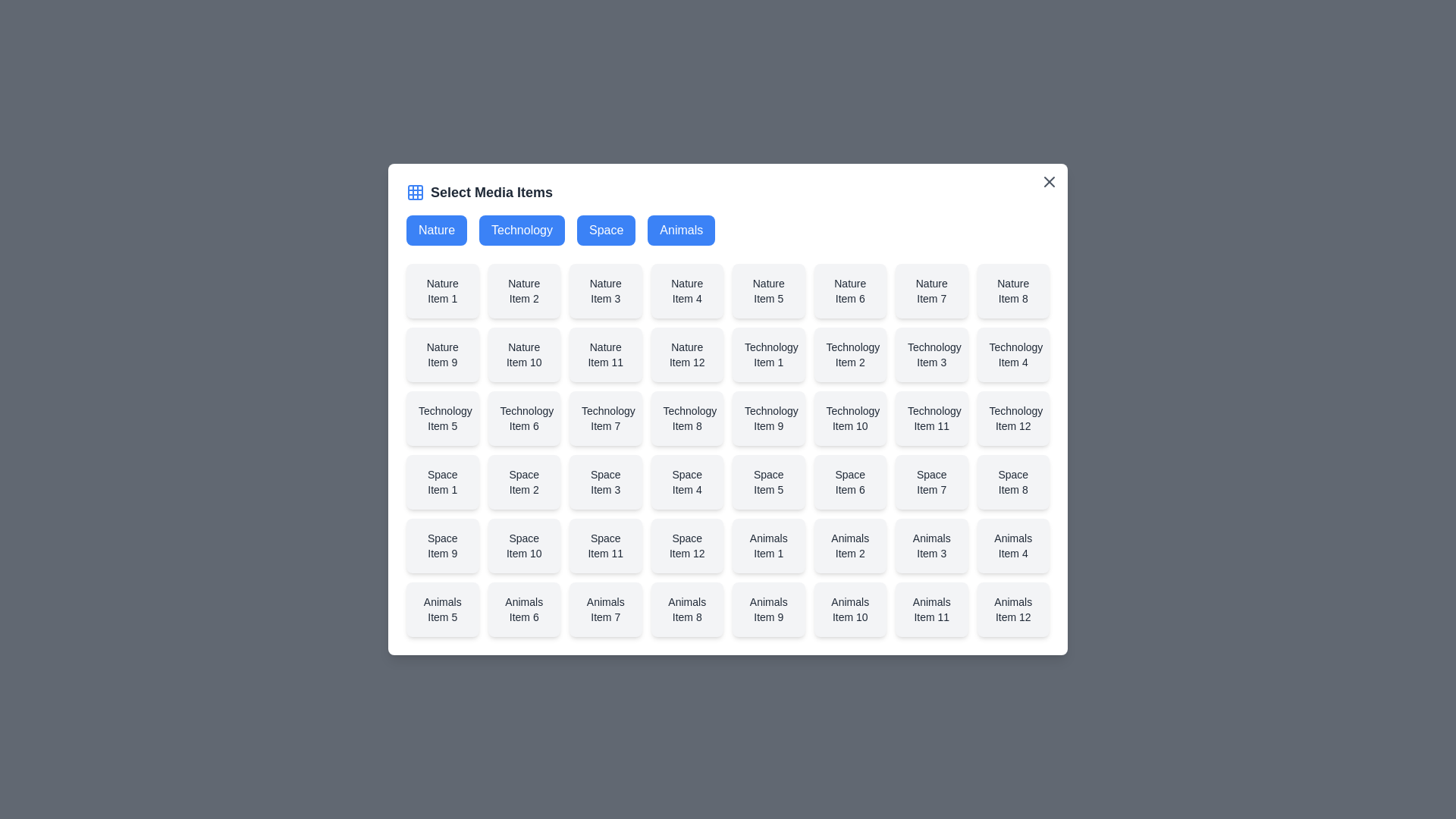 Image resolution: width=1456 pixels, height=819 pixels. What do you see at coordinates (521, 231) in the screenshot?
I see `the Technology button to select the desired category` at bounding box center [521, 231].